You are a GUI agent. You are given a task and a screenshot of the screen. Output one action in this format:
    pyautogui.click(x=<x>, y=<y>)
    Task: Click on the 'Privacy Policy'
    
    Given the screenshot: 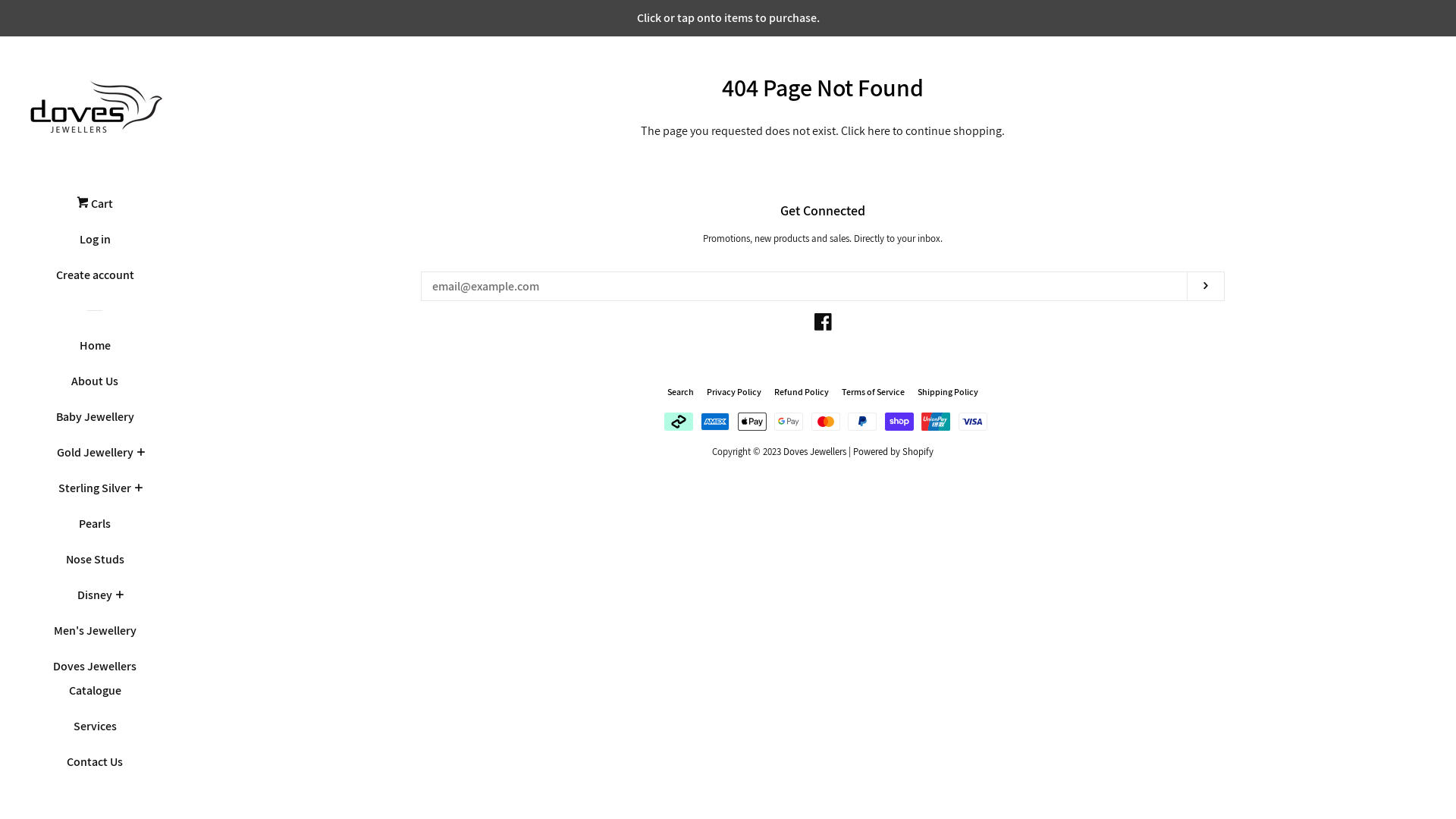 What is the action you would take?
    pyautogui.click(x=734, y=391)
    